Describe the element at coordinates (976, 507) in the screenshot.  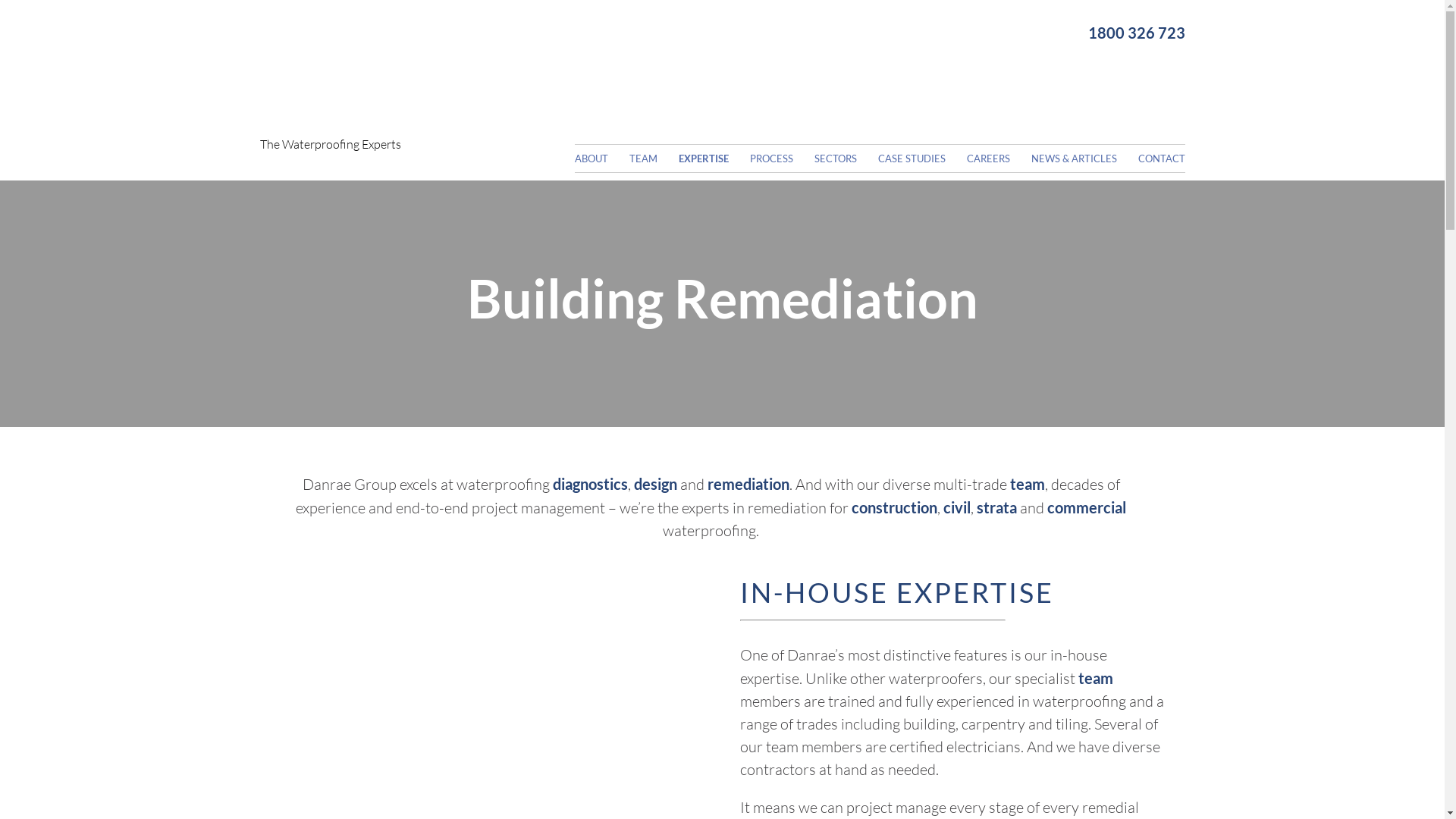
I see `'strata'` at that location.